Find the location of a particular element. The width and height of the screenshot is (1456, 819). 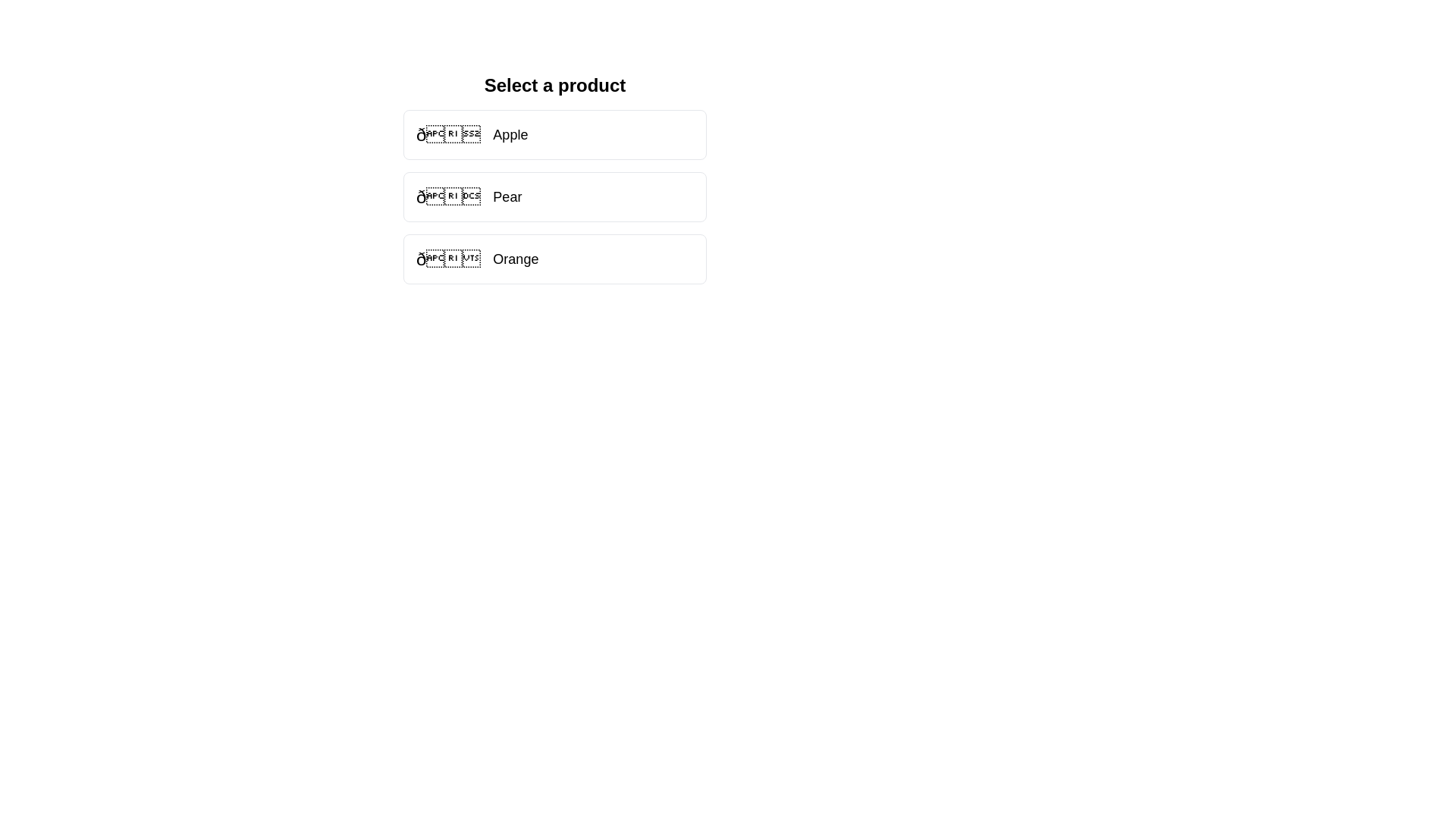

the selectable item associated with 'Pear', which is positioned in the middle of a vertical list between 'Apple' and 'Orange' is located at coordinates (554, 196).